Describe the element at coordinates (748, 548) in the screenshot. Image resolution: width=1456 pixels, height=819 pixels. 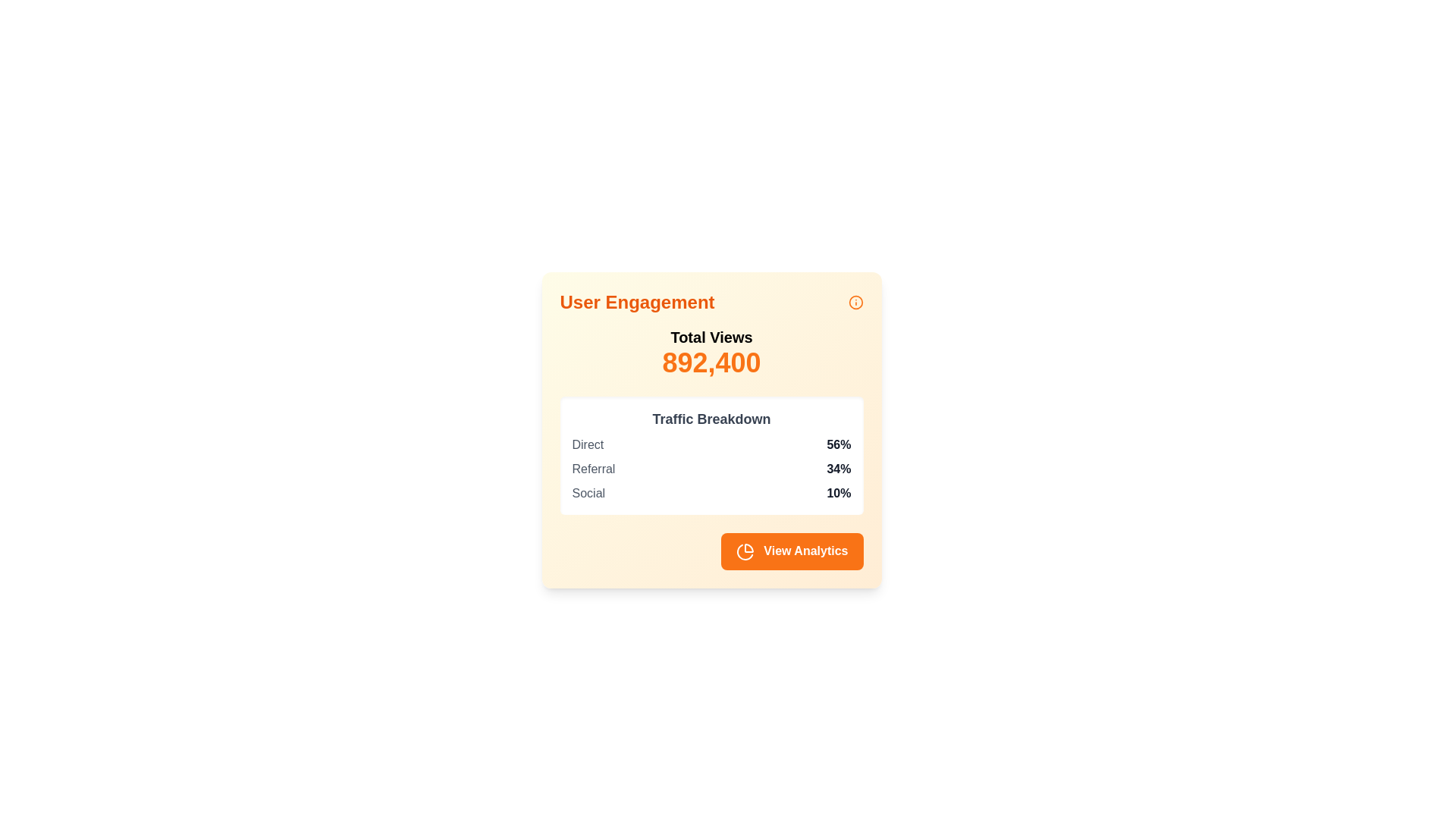
I see `the first segment of the pie chart icon, which is part of the bottom-right orange button labeled 'View Analytics'` at that location.